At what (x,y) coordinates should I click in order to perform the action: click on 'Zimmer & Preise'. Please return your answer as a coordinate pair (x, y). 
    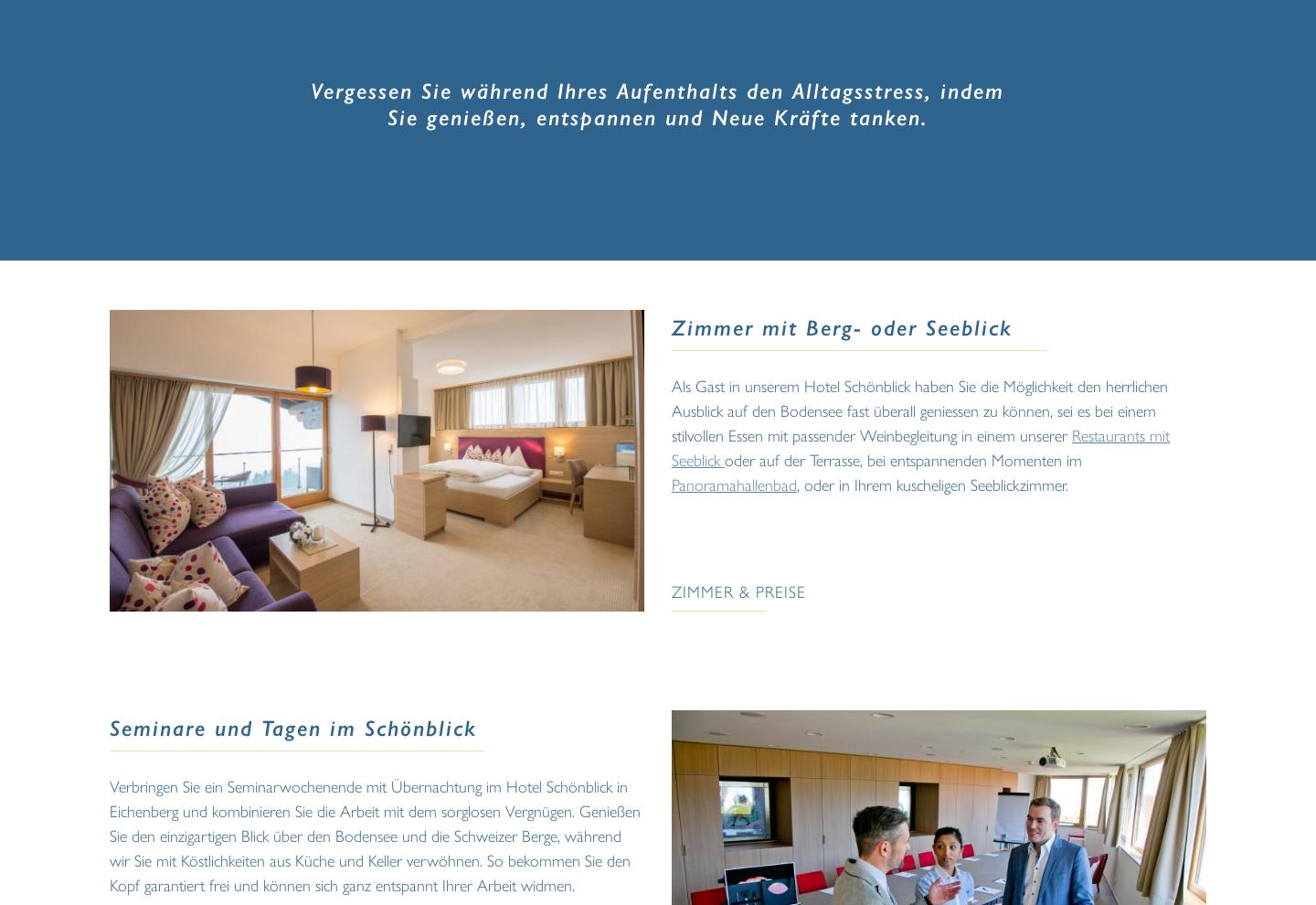
    Looking at the image, I should click on (738, 590).